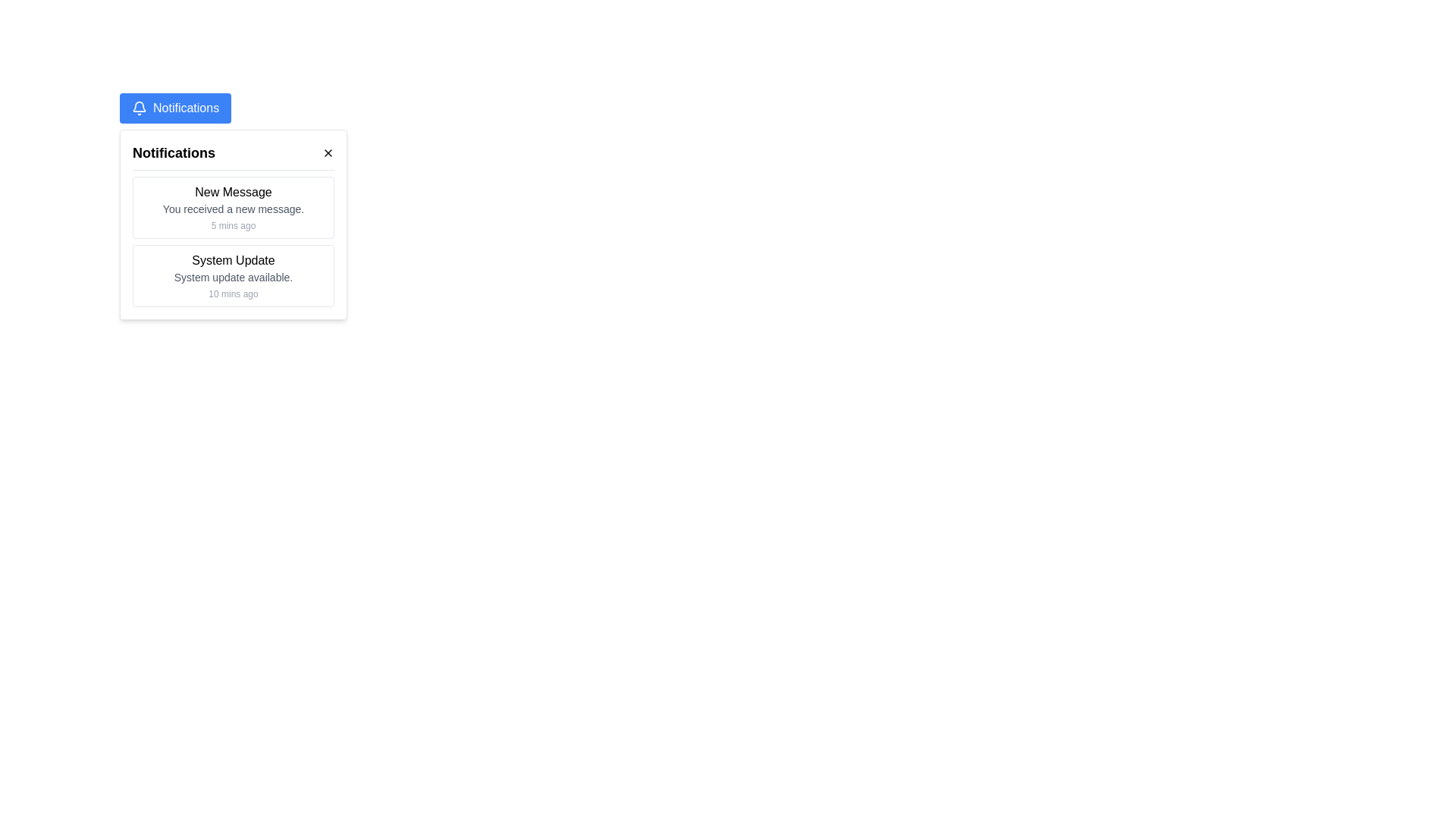 The width and height of the screenshot is (1456, 819). I want to click on the timestamp text element located beneath the 'System update available.' message within the 'System Update' notification item, so click(232, 294).